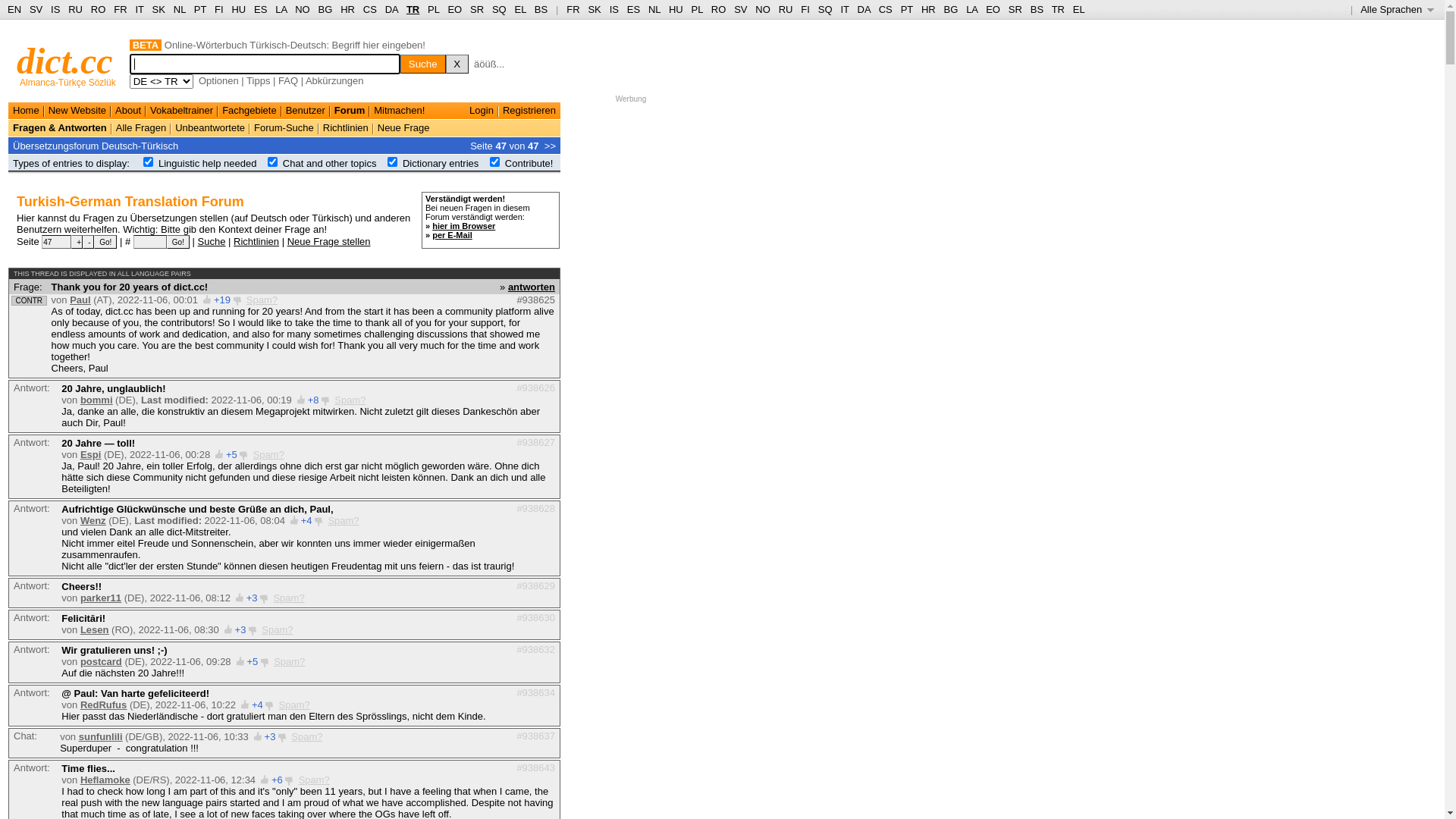  What do you see at coordinates (231, 453) in the screenshot?
I see `'+5'` at bounding box center [231, 453].